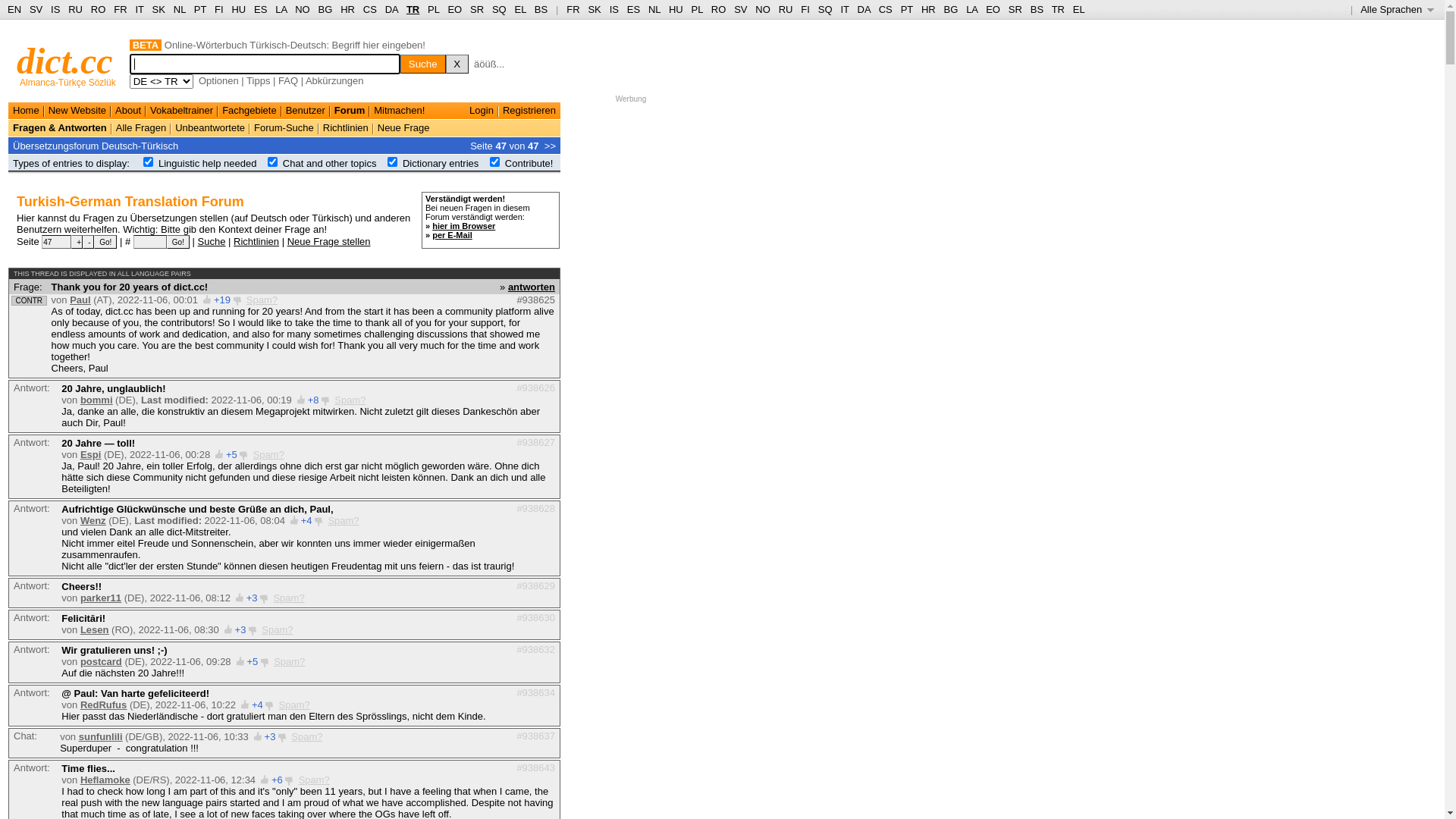  What do you see at coordinates (231, 453) in the screenshot?
I see `'+5'` at bounding box center [231, 453].